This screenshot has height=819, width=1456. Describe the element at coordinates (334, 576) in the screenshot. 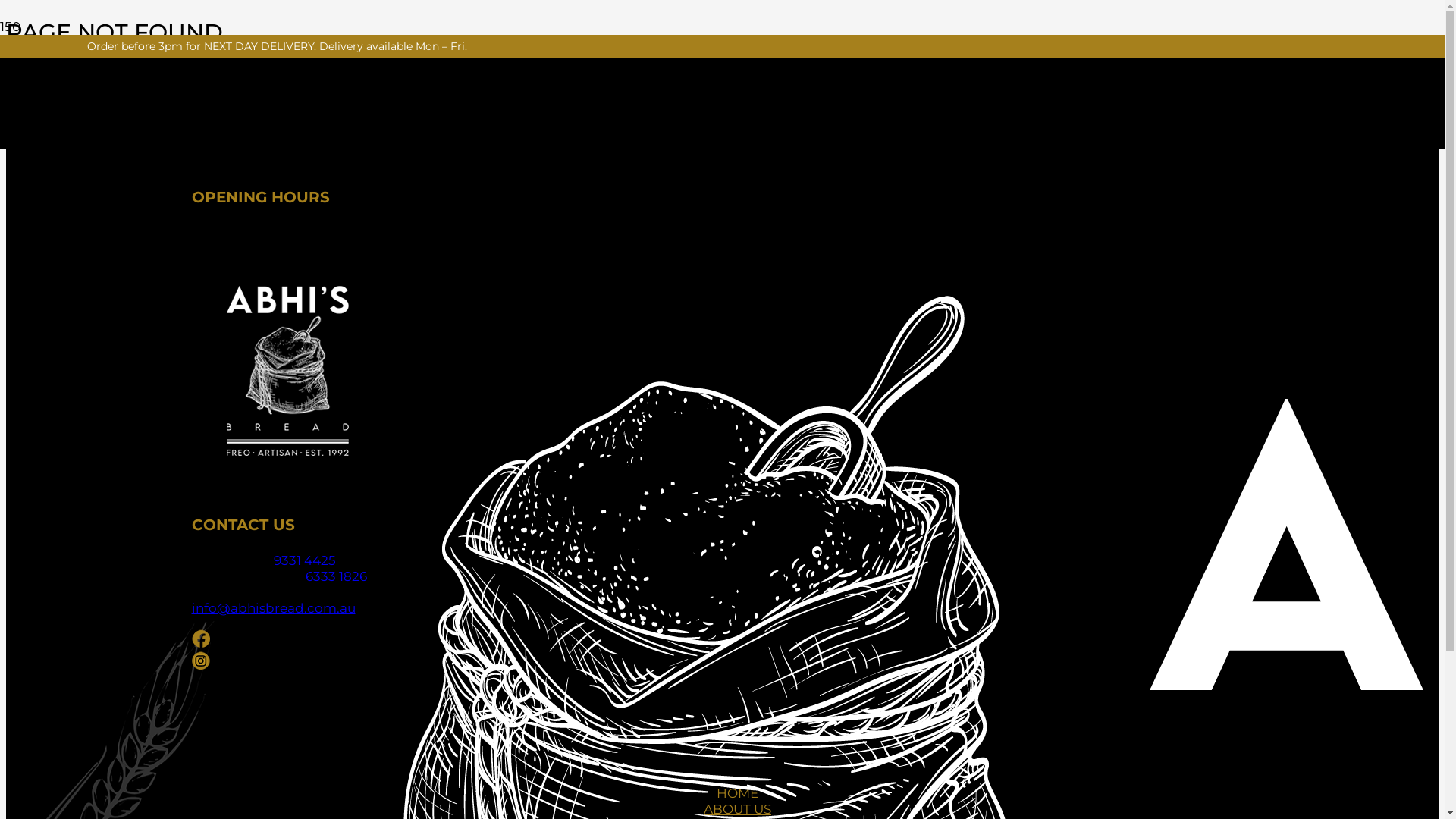

I see `'6333 1826'` at that location.